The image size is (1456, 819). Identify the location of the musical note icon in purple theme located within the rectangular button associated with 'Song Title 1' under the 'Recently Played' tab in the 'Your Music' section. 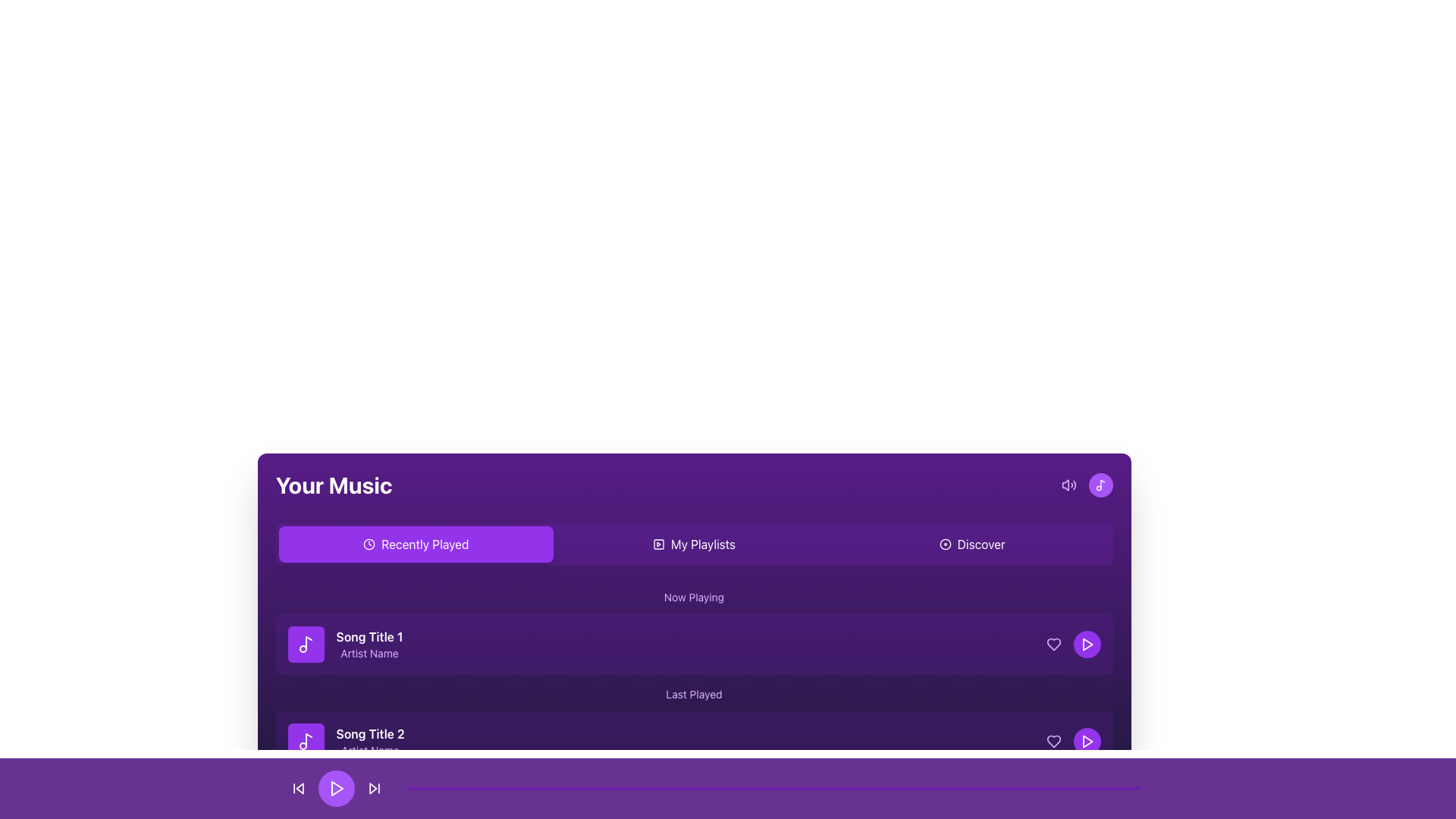
(305, 644).